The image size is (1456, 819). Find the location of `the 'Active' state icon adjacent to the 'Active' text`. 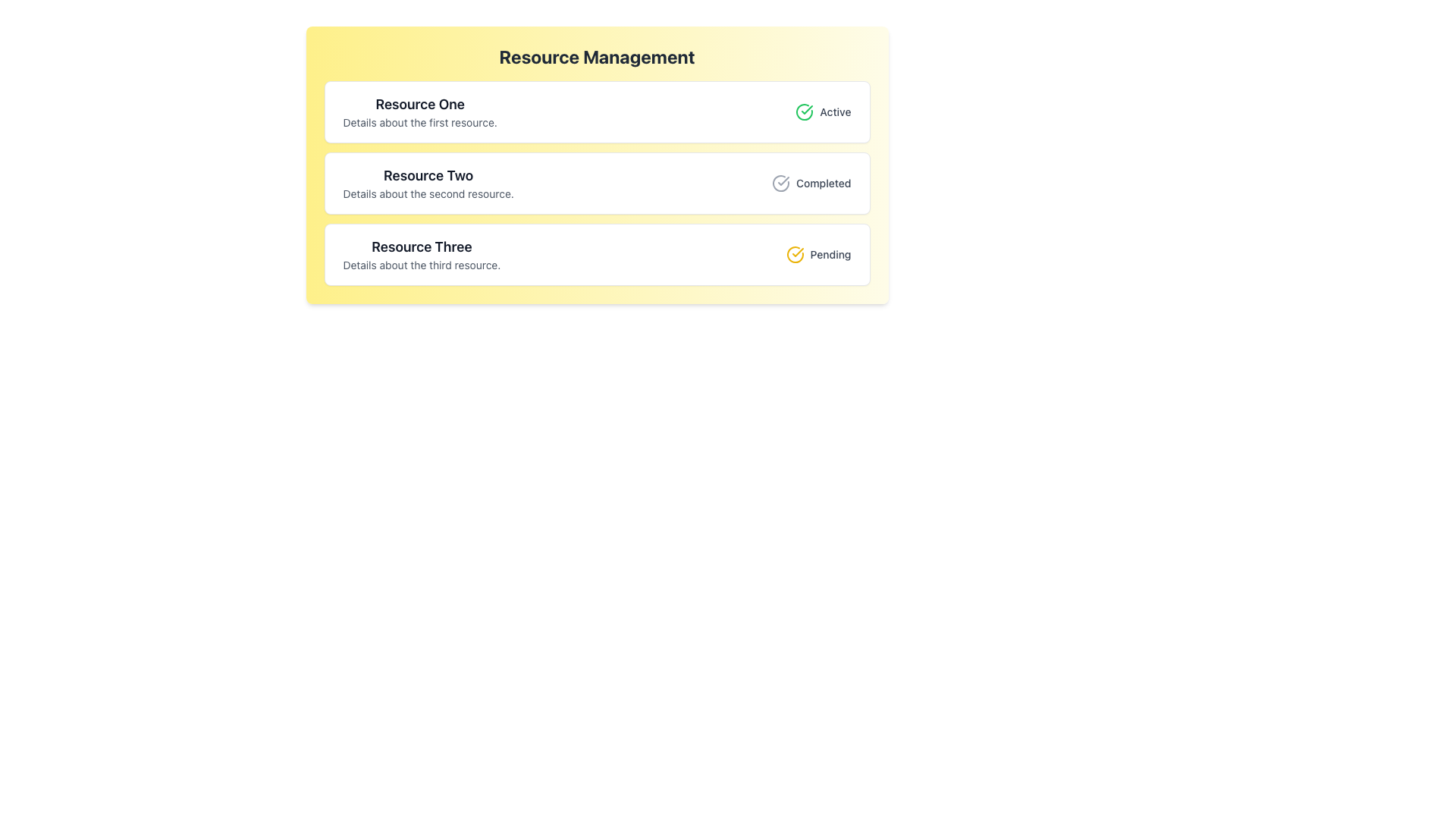

the 'Active' state icon adjacent to the 'Active' text is located at coordinates (803, 111).